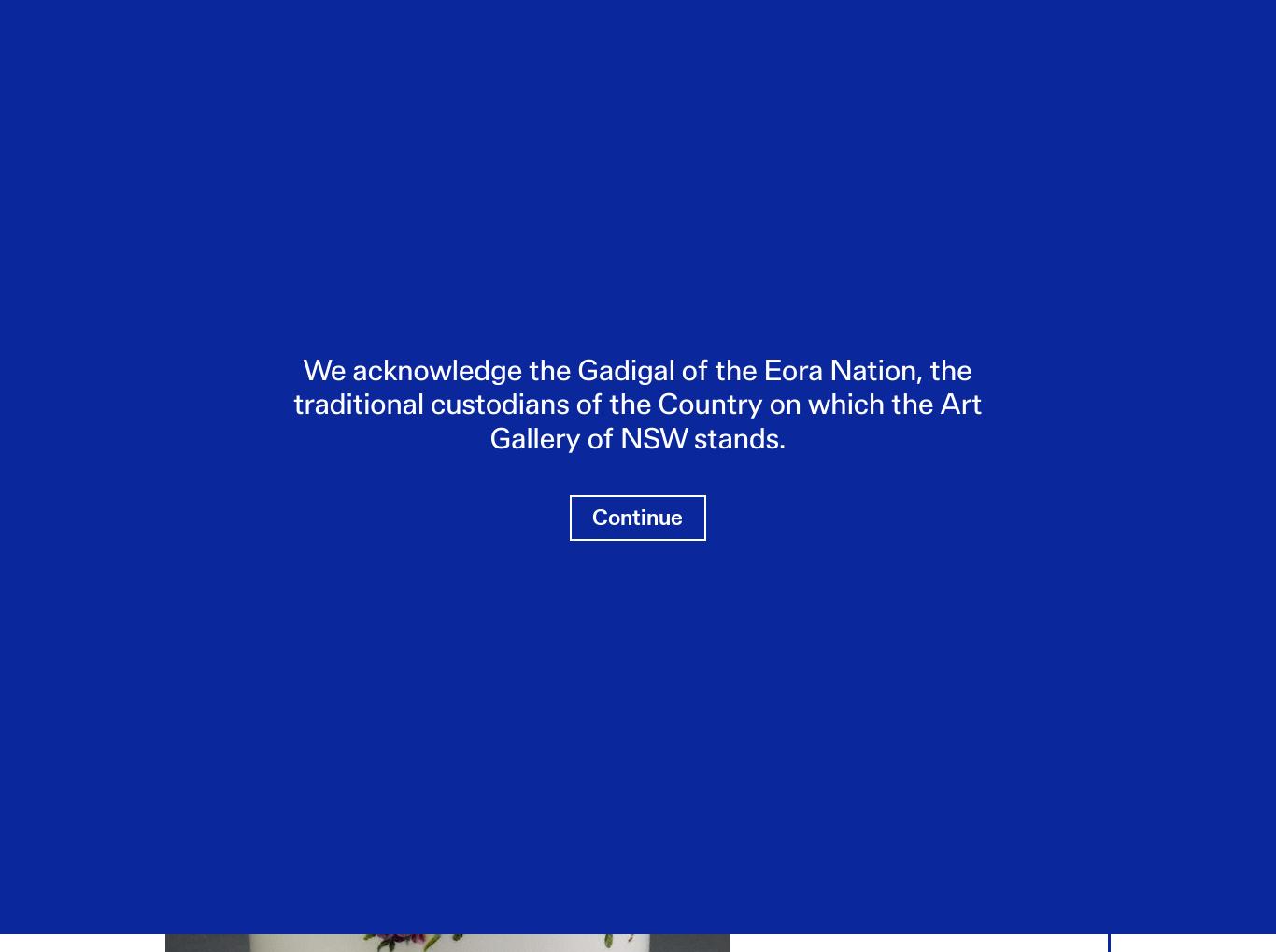  What do you see at coordinates (744, 59) in the screenshot?
I see `'Shop'` at bounding box center [744, 59].